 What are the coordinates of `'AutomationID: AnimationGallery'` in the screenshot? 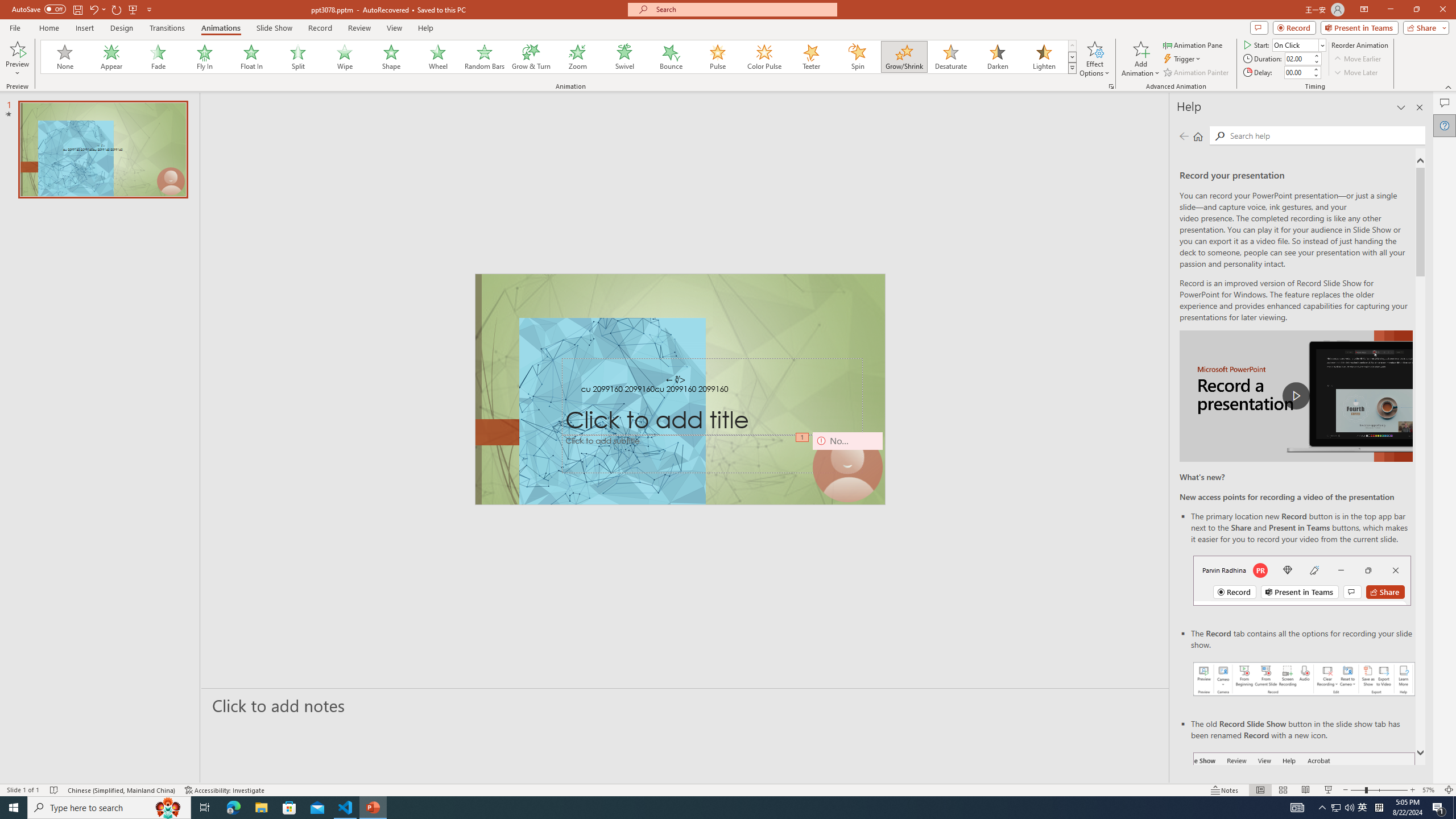 It's located at (559, 56).